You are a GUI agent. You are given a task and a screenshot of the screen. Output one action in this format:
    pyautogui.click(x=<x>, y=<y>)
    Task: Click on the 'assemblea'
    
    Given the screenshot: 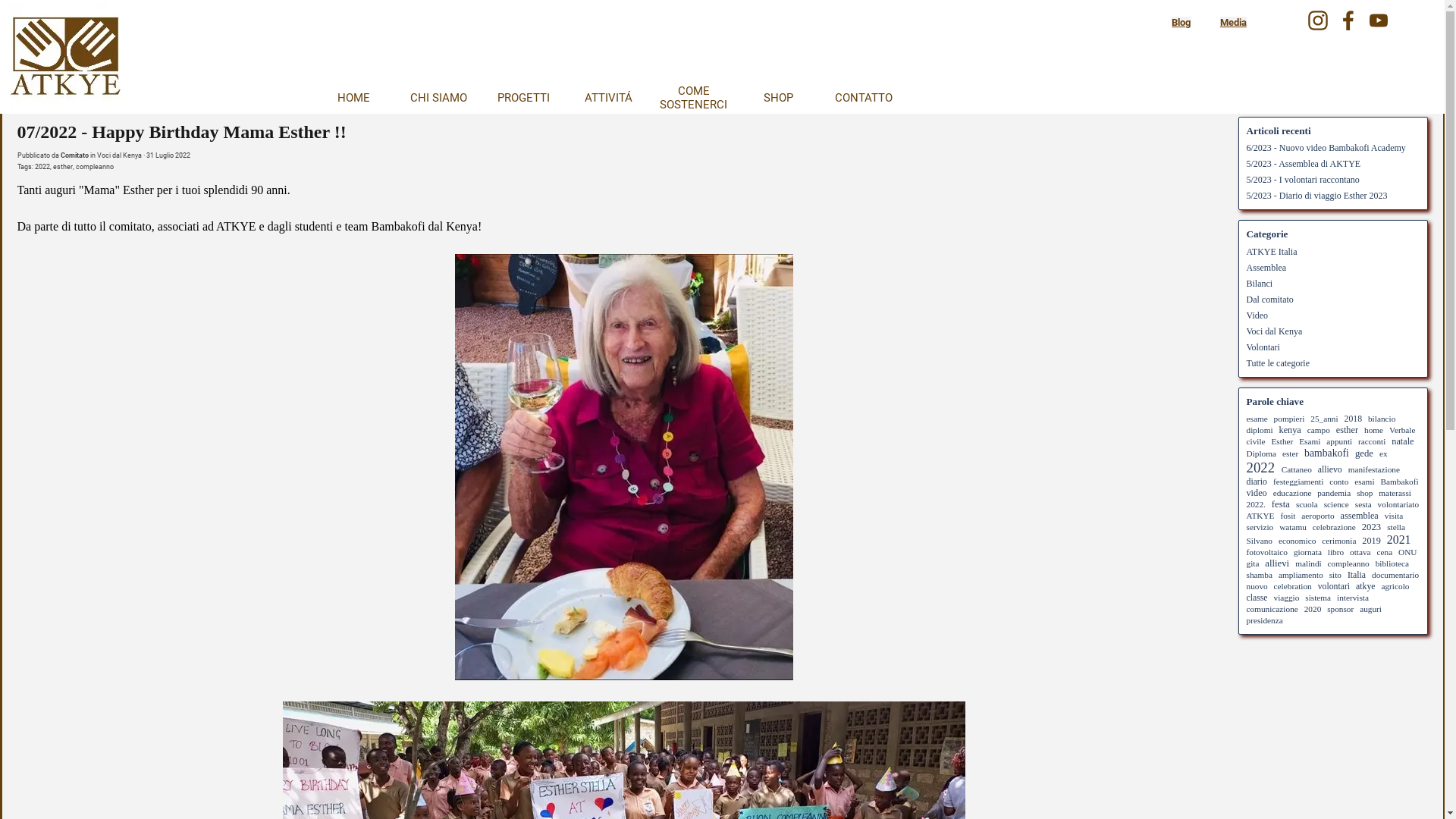 What is the action you would take?
    pyautogui.click(x=1360, y=514)
    